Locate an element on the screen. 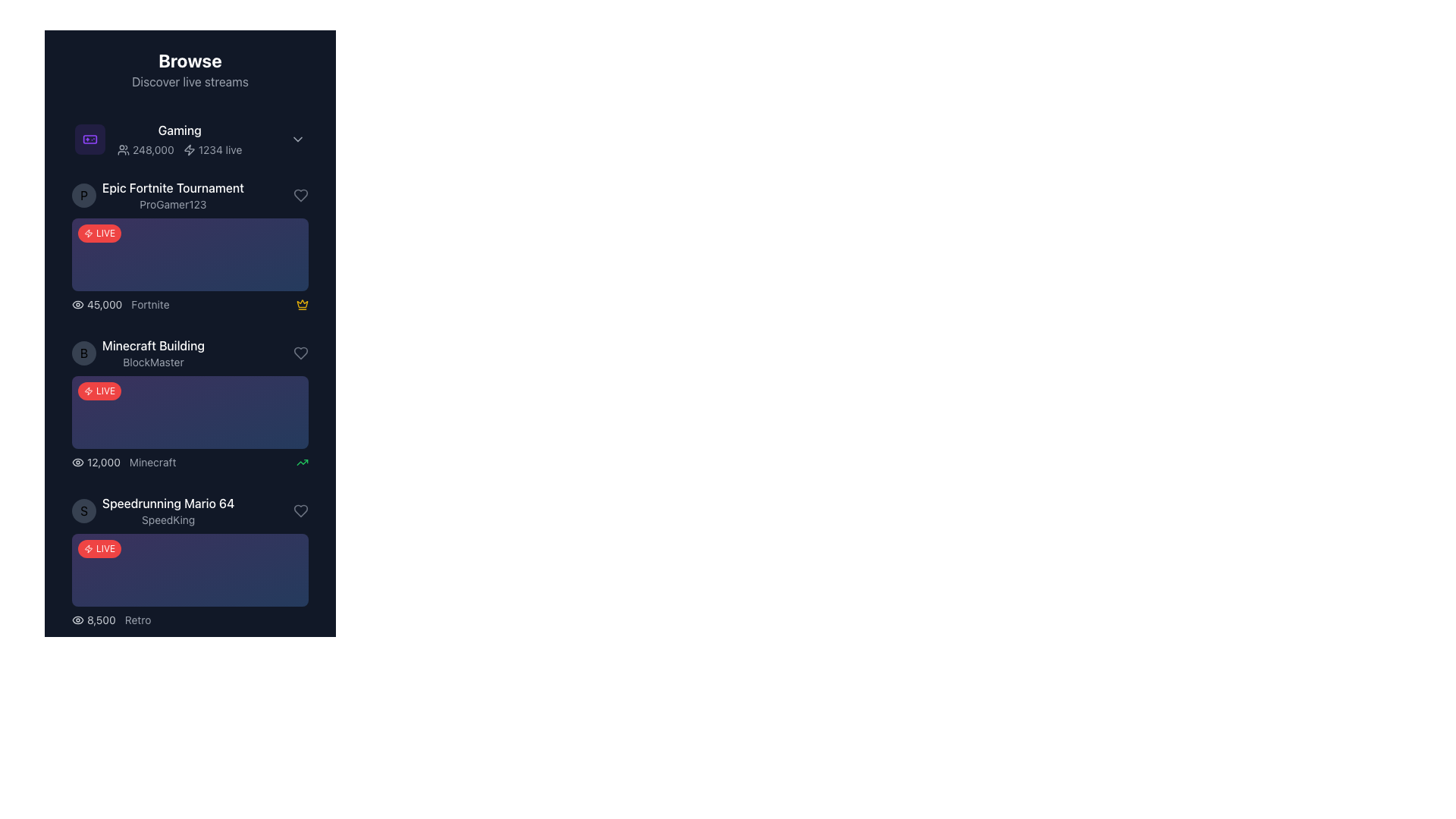 The image size is (1456, 819). the Highlight block labeled 'LIVE' in the 'Epic Fortnite Tournament' section is located at coordinates (189, 253).